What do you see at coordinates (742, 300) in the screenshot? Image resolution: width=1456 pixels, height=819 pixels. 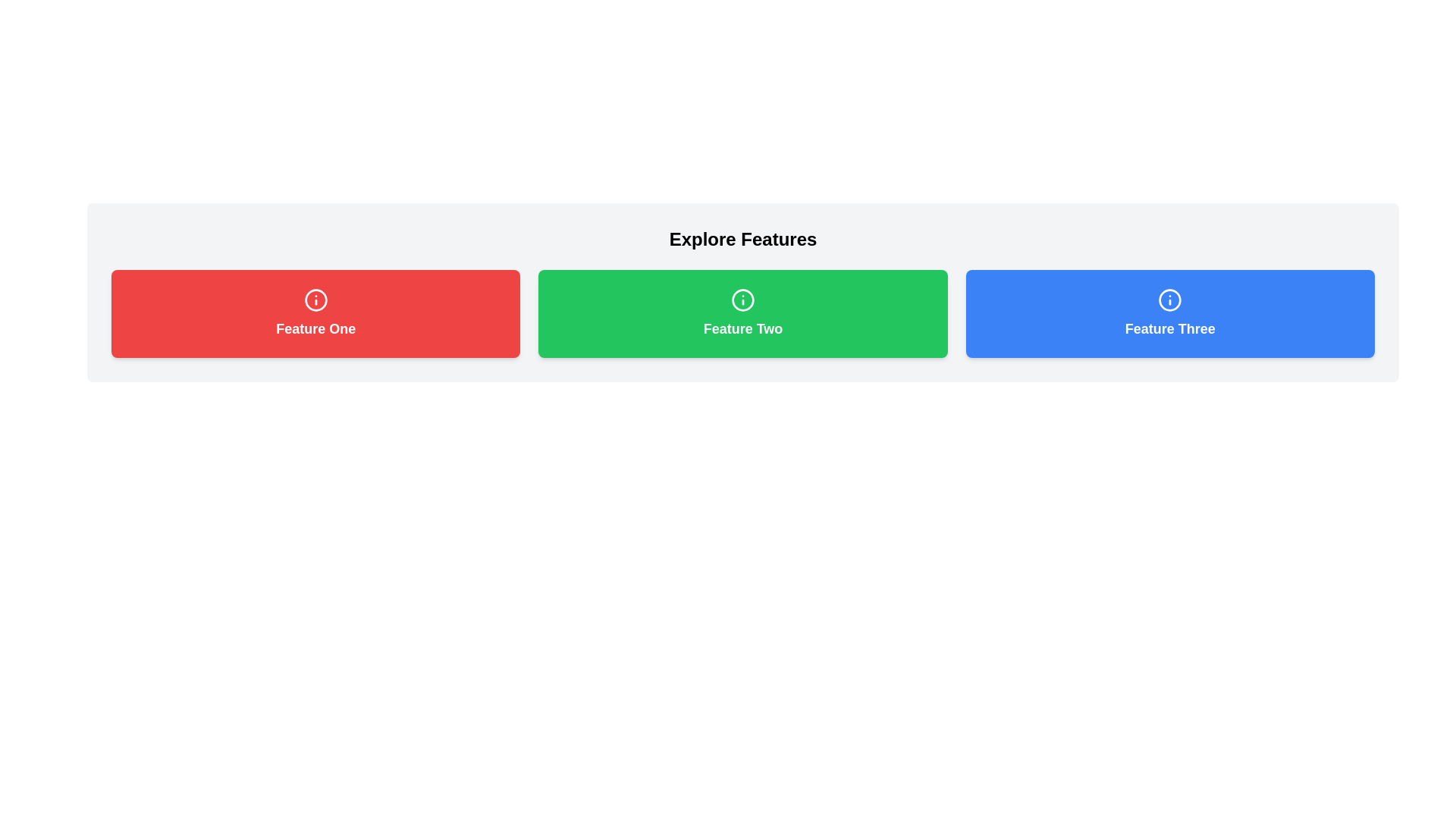 I see `the circular icon with an information symbol ('i') inside, which is located at the center of the green card labeled 'Feature Two'` at bounding box center [742, 300].